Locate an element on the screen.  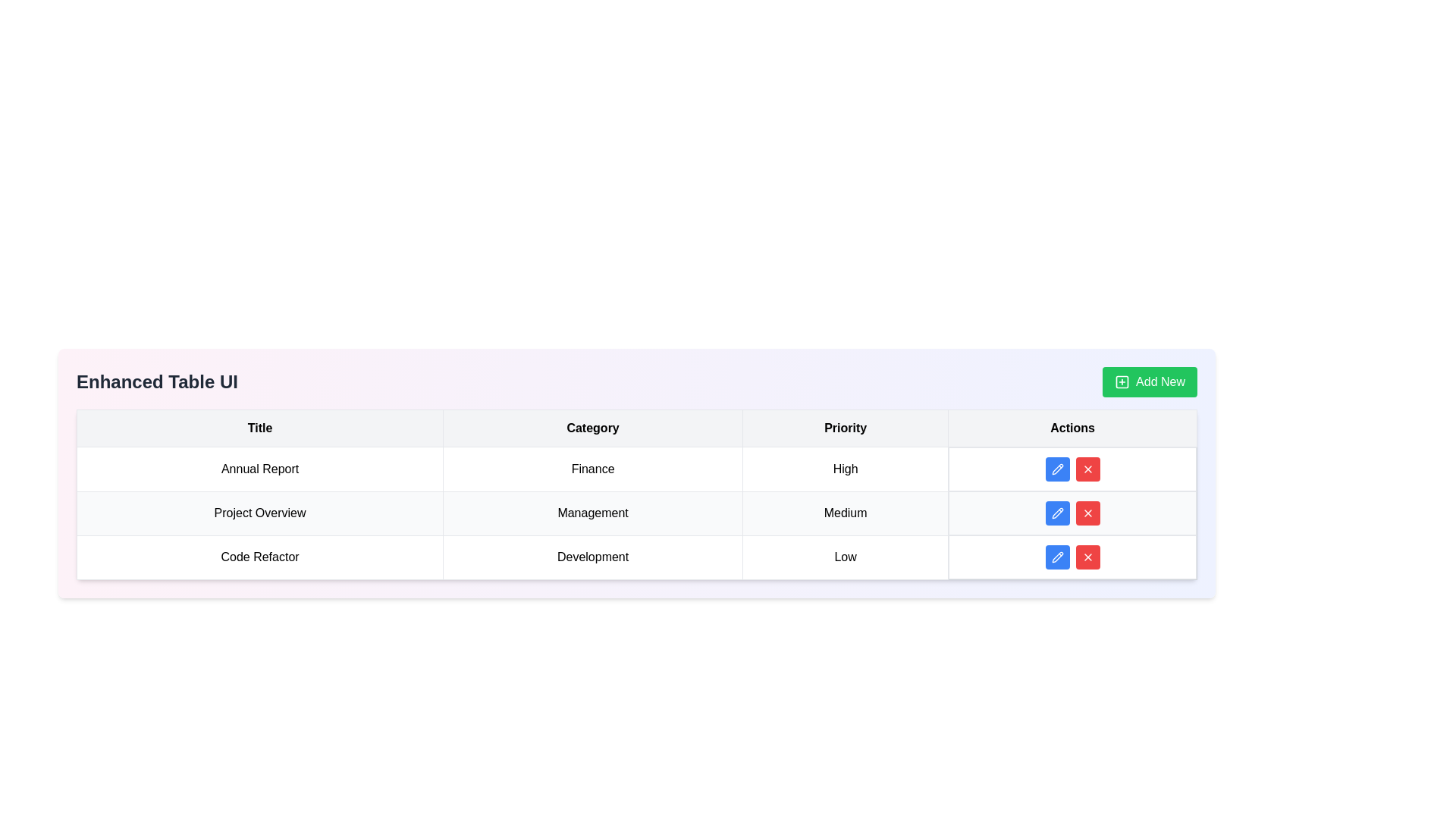
the text label in the second row under the 'Title' column is located at coordinates (260, 513).